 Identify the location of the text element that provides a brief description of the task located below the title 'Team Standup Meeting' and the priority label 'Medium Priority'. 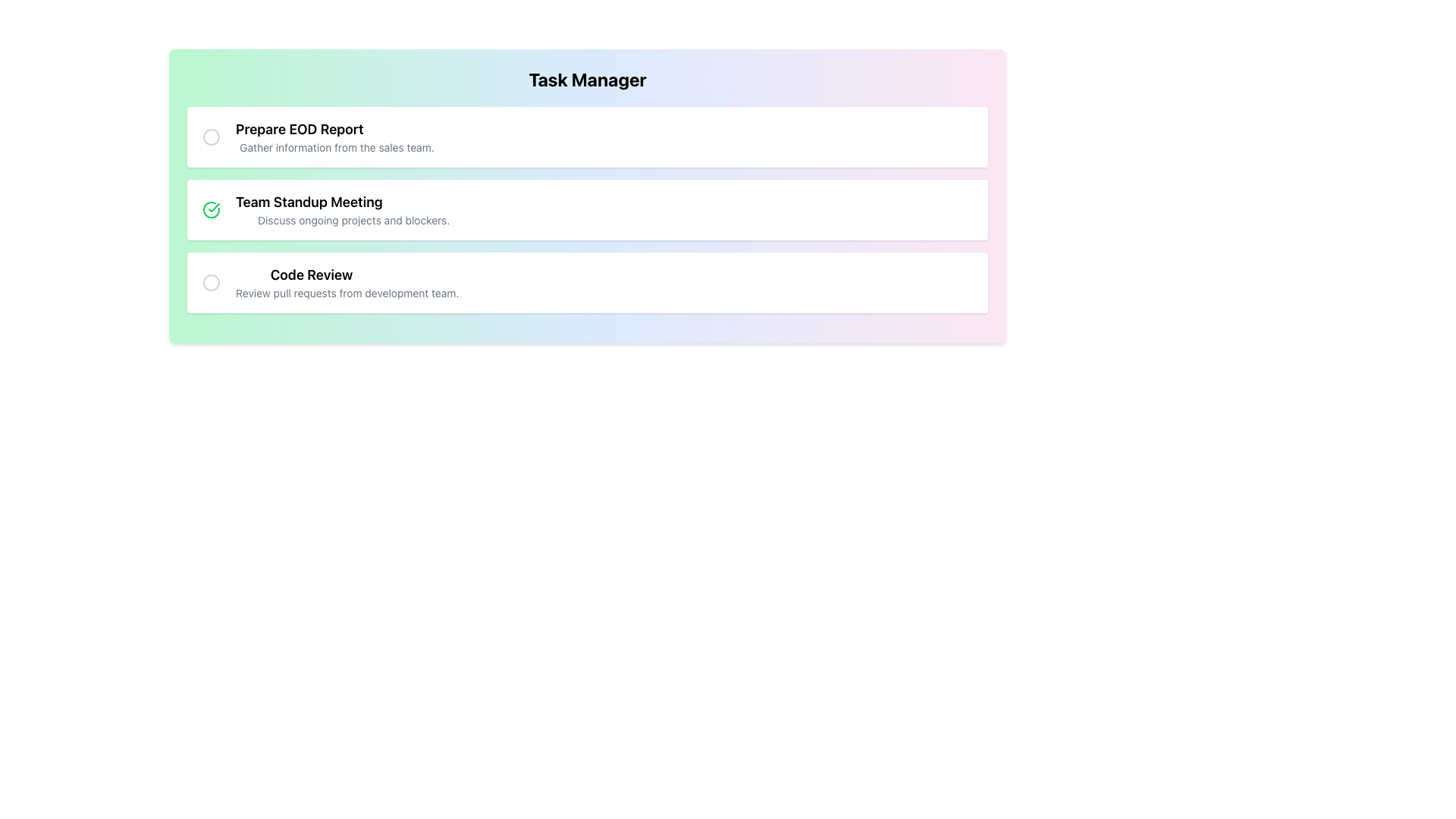
(353, 220).